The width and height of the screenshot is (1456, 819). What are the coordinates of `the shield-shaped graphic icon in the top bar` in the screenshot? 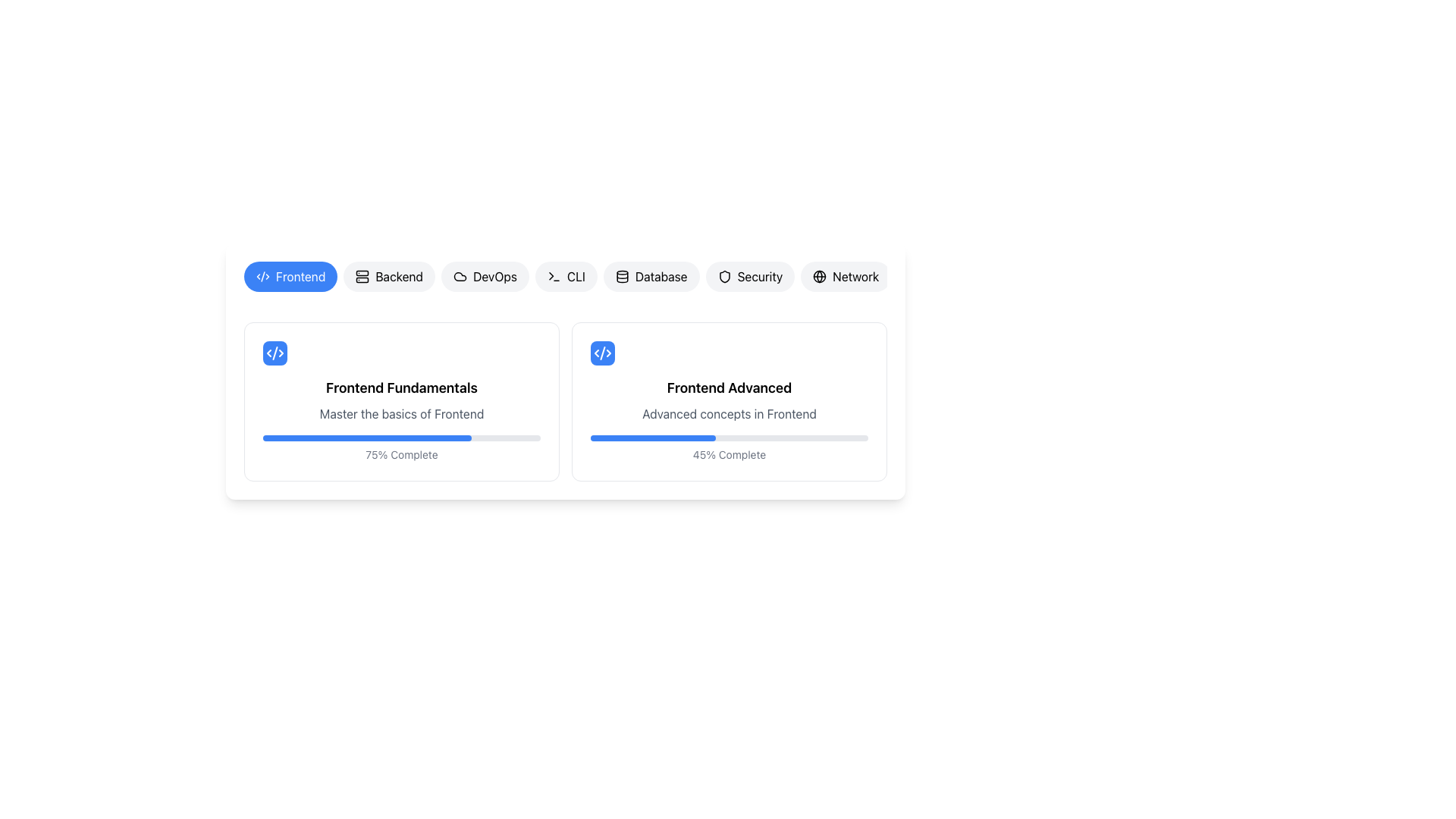 It's located at (723, 277).